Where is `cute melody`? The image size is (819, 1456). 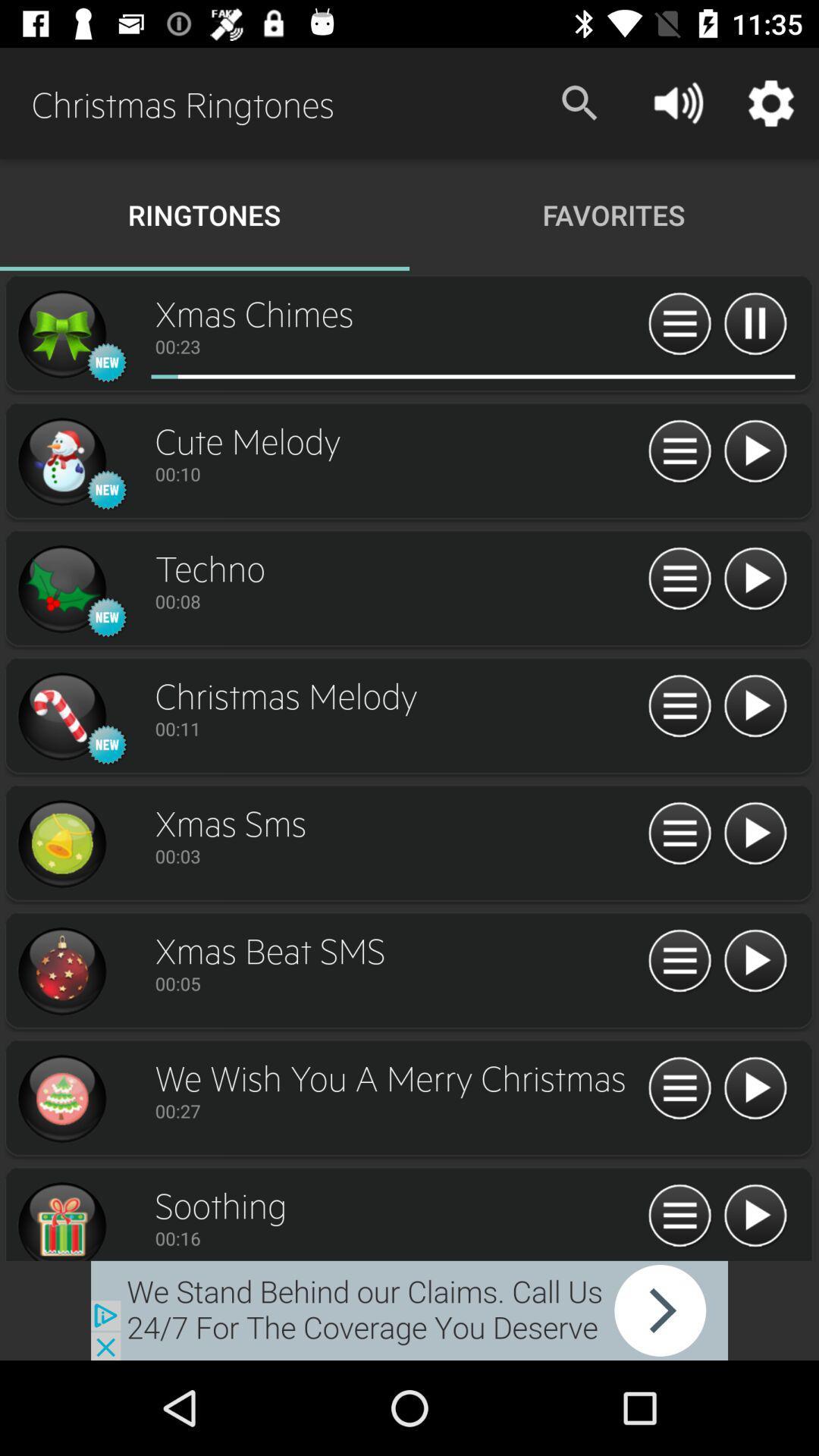 cute melody is located at coordinates (755, 451).